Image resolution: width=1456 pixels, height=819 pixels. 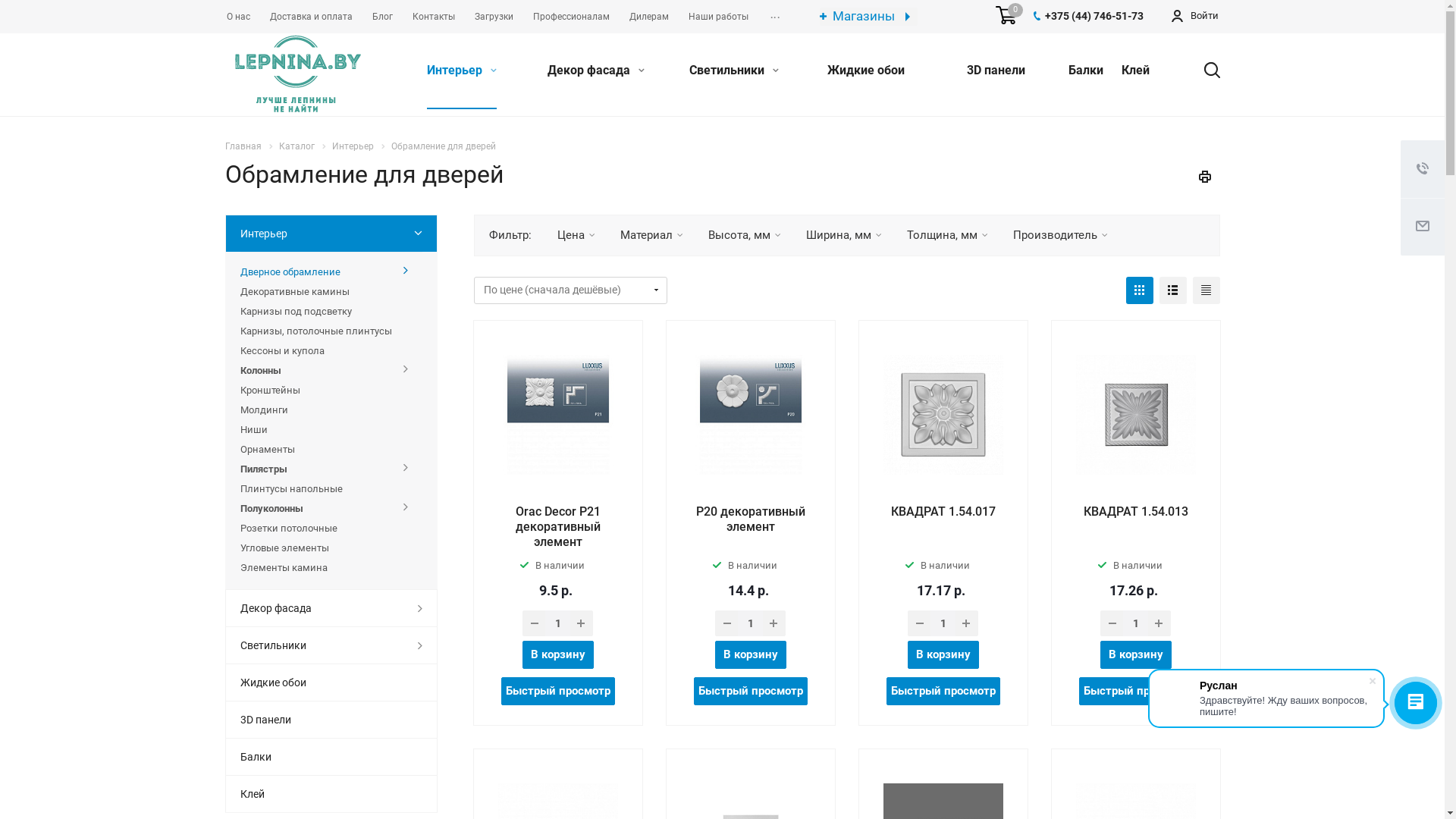 What do you see at coordinates (297, 74) in the screenshot?
I see `'lepnina.by'` at bounding box center [297, 74].